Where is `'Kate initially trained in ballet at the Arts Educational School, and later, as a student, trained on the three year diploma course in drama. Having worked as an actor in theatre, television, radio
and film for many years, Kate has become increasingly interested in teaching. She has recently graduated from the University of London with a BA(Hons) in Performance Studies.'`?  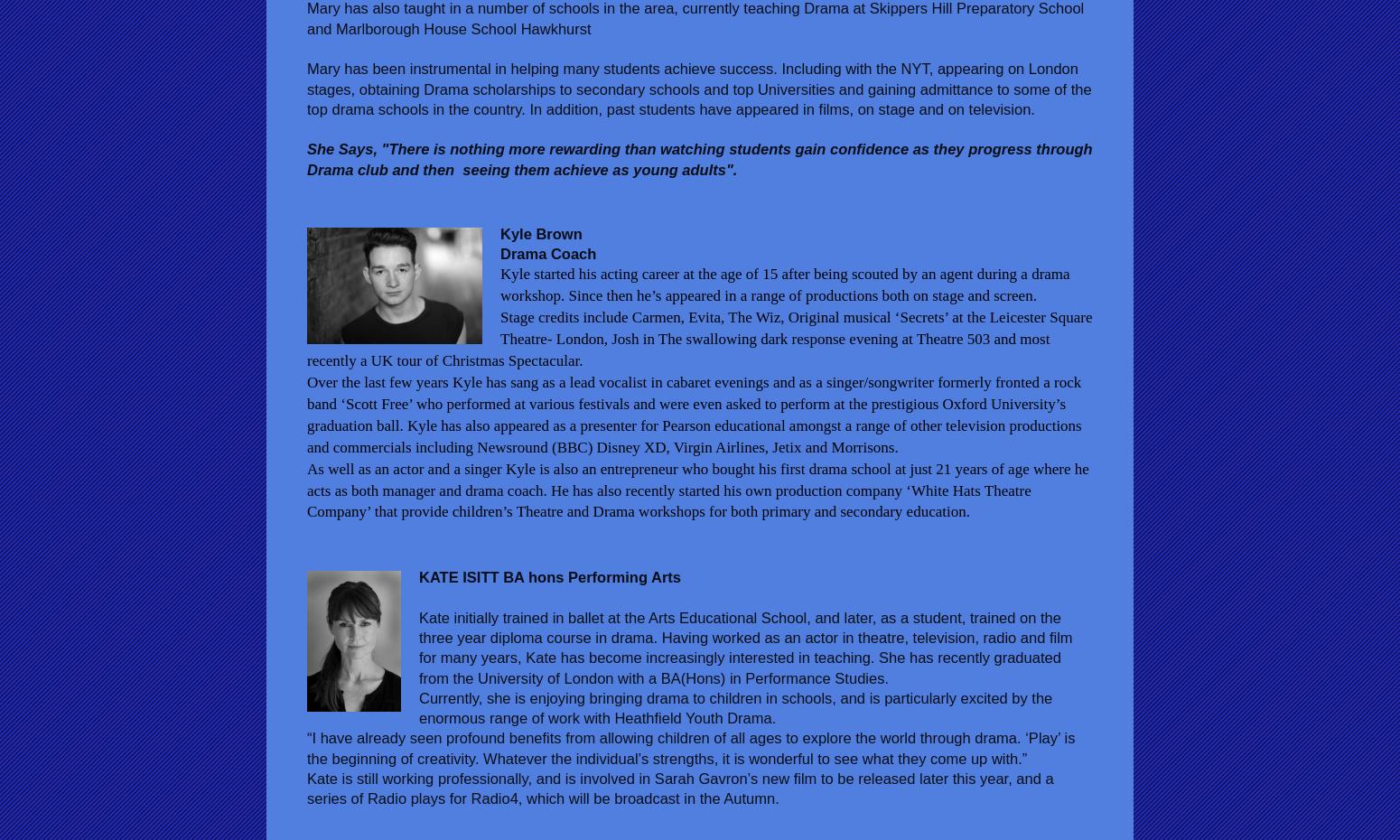 'Kate initially trained in ballet at the Arts Educational School, and later, as a student, trained on the three year diploma course in drama. Having worked as an actor in theatre, television, radio
and film for many years, Kate has become increasingly interested in teaching. She has recently graduated from the University of London with a BA(Hons) in Performance Studies.' is located at coordinates (744, 647).